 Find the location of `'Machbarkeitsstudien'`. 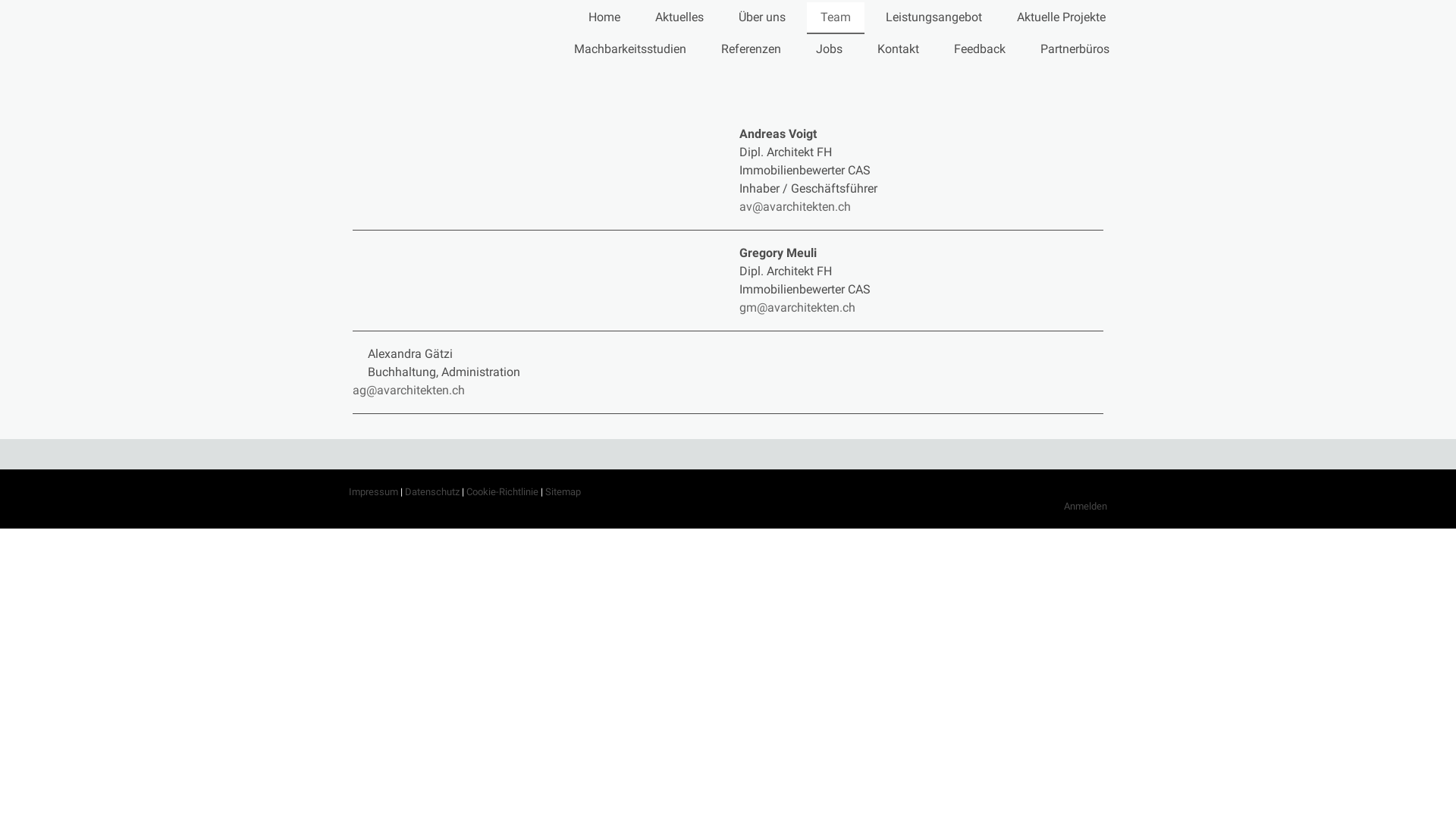

'Machbarkeitsstudien' is located at coordinates (629, 49).